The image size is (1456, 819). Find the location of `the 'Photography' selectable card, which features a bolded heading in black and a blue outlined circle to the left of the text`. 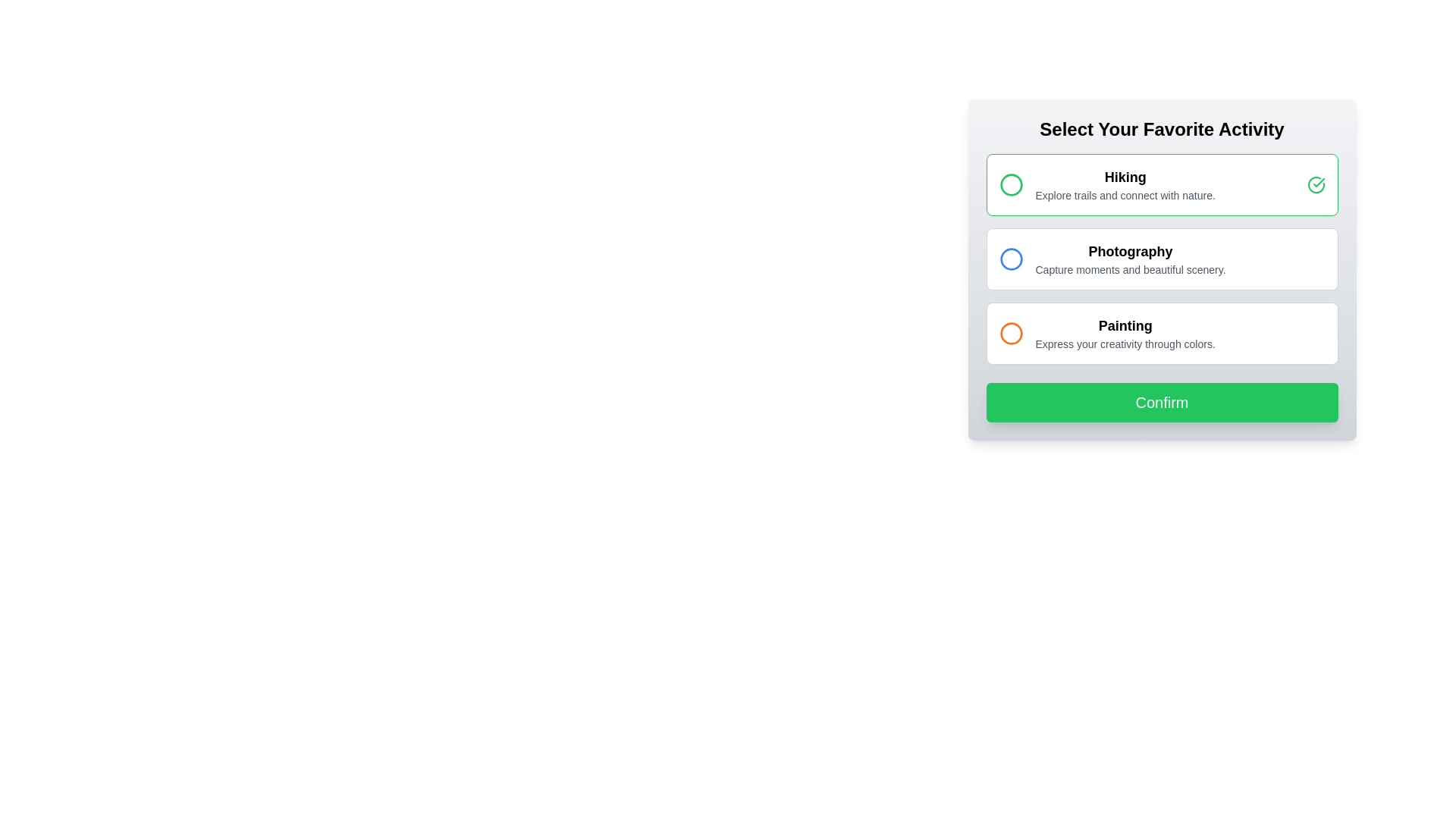

the 'Photography' selectable card, which features a bolded heading in black and a blue outlined circle to the left of the text is located at coordinates (1161, 259).